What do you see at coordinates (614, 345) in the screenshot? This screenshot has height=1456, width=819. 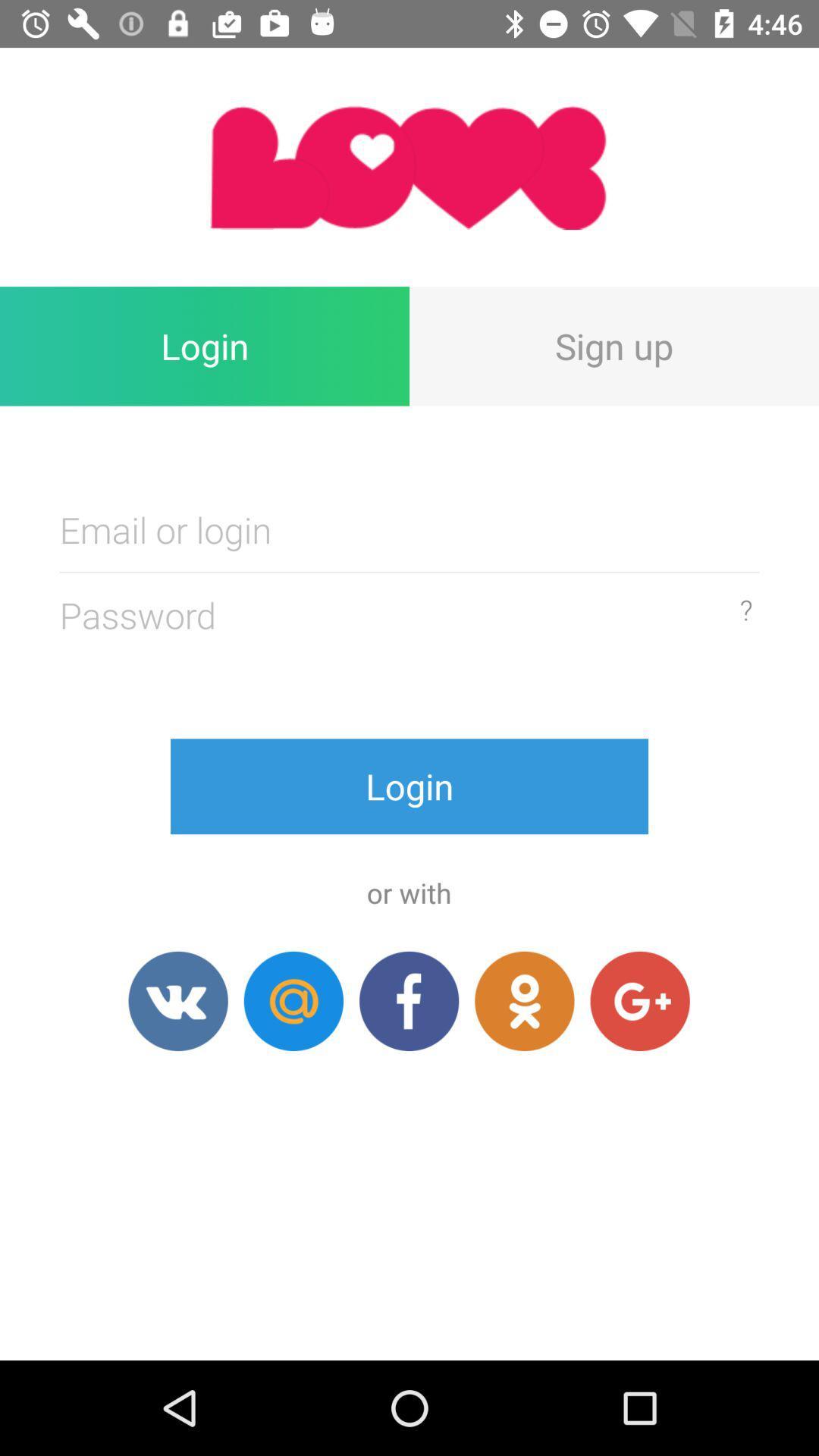 I see `sign up` at bounding box center [614, 345].